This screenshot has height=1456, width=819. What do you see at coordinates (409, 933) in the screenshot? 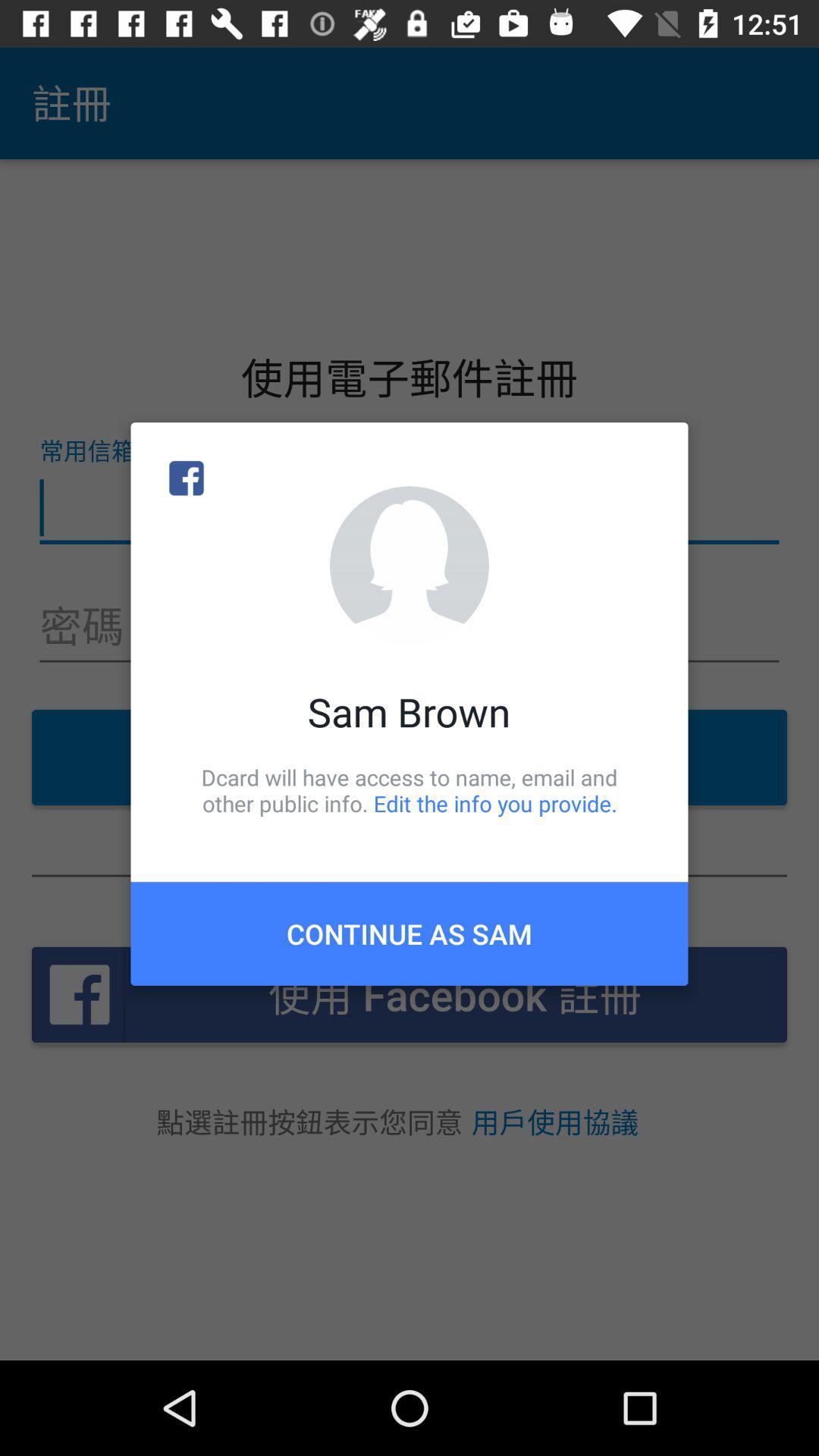
I see `item below the dcard will have item` at bounding box center [409, 933].